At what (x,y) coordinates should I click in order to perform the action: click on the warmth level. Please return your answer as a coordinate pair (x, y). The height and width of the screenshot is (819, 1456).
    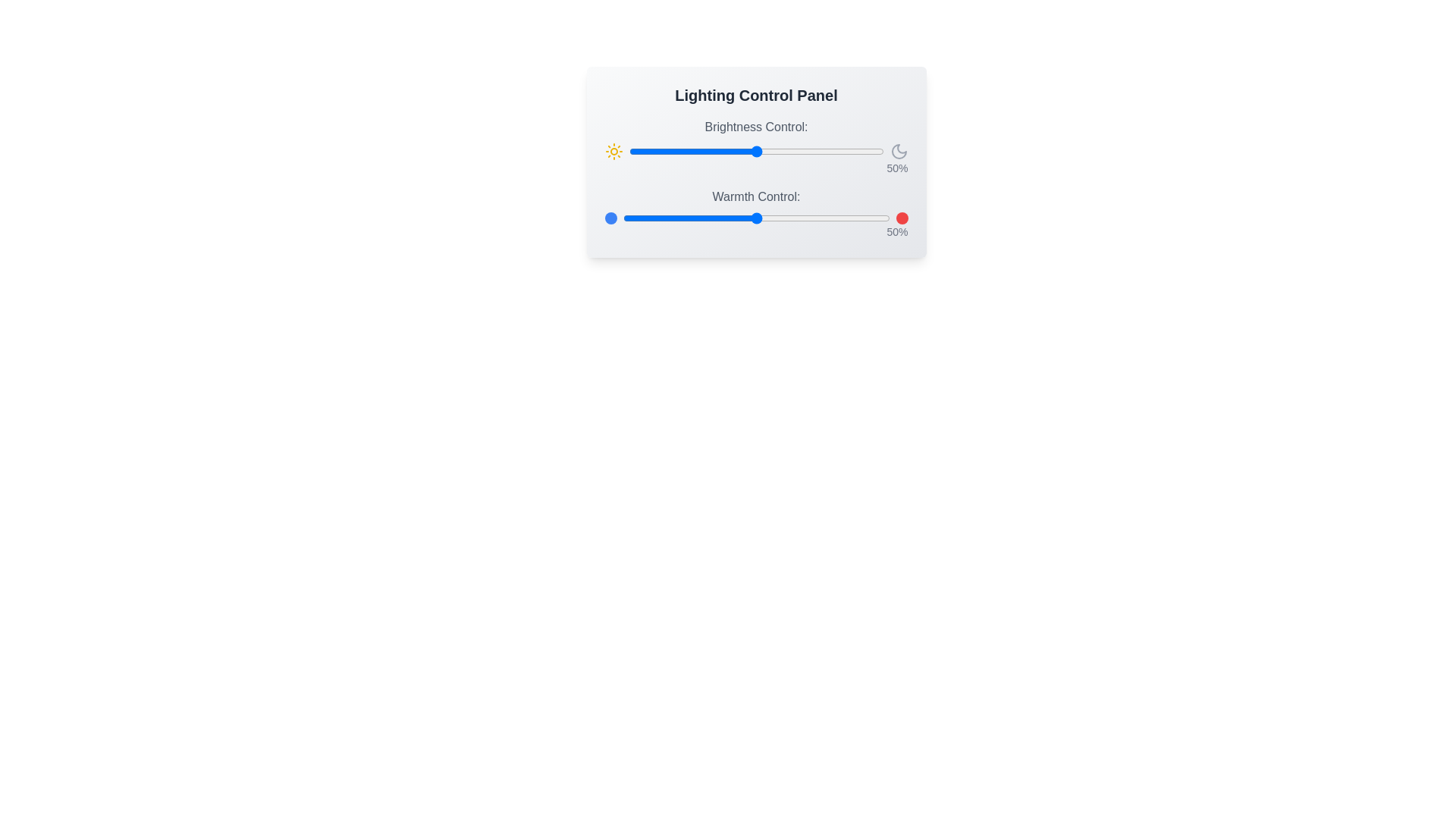
    Looking at the image, I should click on (745, 218).